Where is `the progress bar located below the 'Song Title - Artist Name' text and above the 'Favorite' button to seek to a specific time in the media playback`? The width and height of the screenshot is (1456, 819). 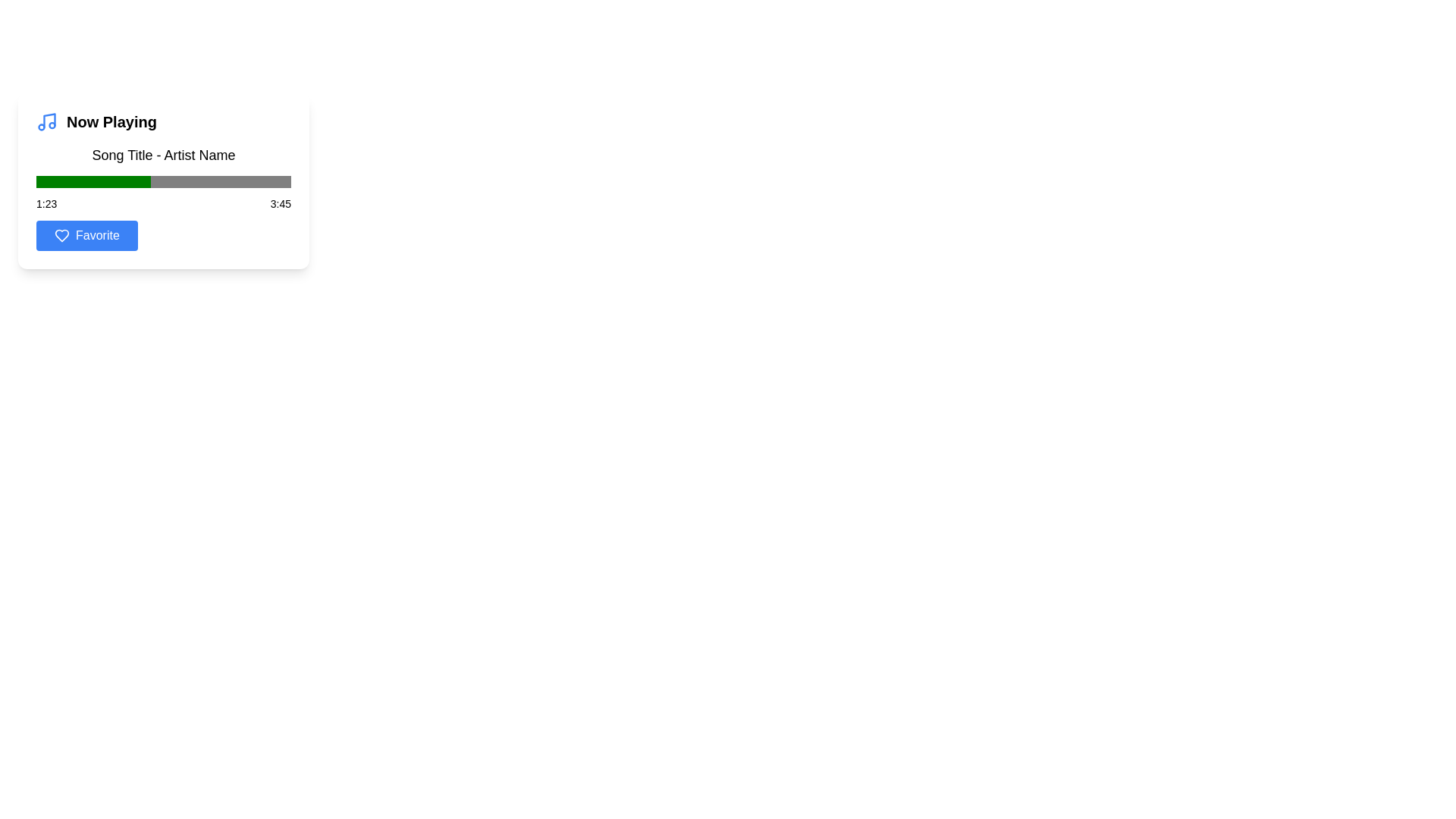 the progress bar located below the 'Song Title - Artist Name' text and above the 'Favorite' button to seek to a specific time in the media playback is located at coordinates (164, 192).